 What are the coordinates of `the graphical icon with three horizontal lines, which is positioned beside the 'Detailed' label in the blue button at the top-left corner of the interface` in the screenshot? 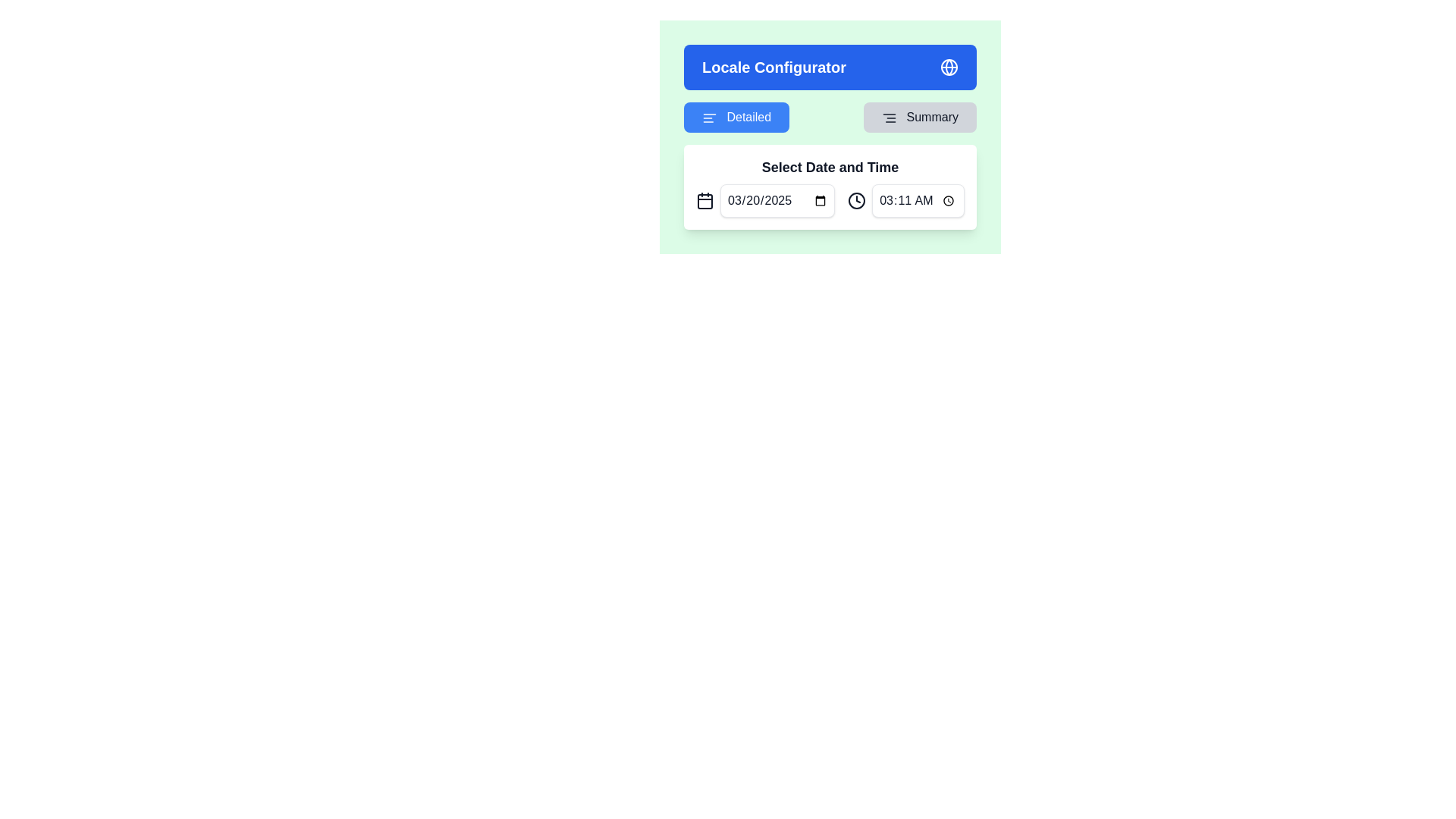 It's located at (709, 116).